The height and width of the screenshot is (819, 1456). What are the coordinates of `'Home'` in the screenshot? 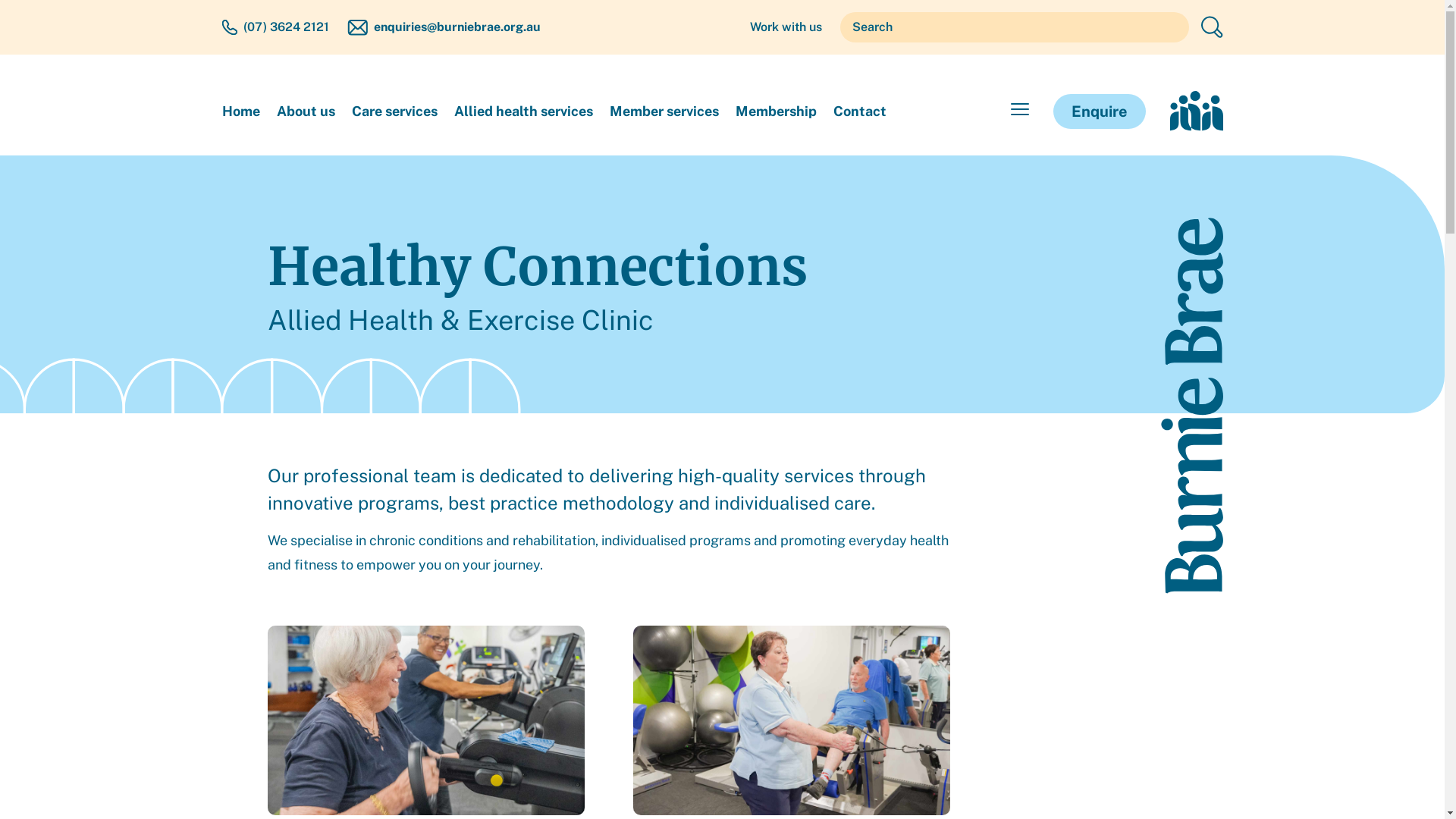 It's located at (239, 110).